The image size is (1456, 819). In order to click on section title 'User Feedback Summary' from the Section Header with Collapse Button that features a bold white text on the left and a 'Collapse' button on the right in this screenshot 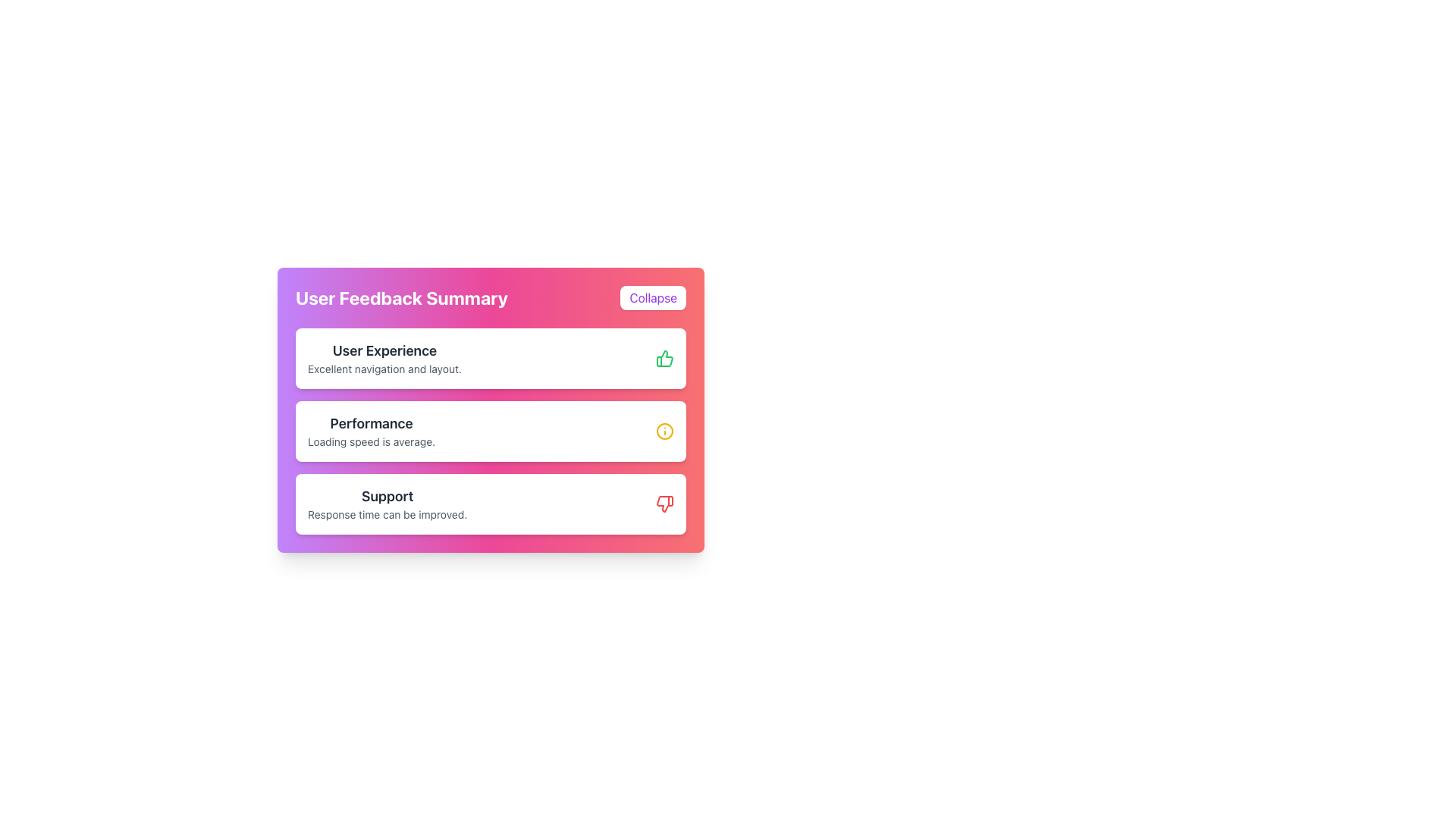, I will do `click(491, 298)`.